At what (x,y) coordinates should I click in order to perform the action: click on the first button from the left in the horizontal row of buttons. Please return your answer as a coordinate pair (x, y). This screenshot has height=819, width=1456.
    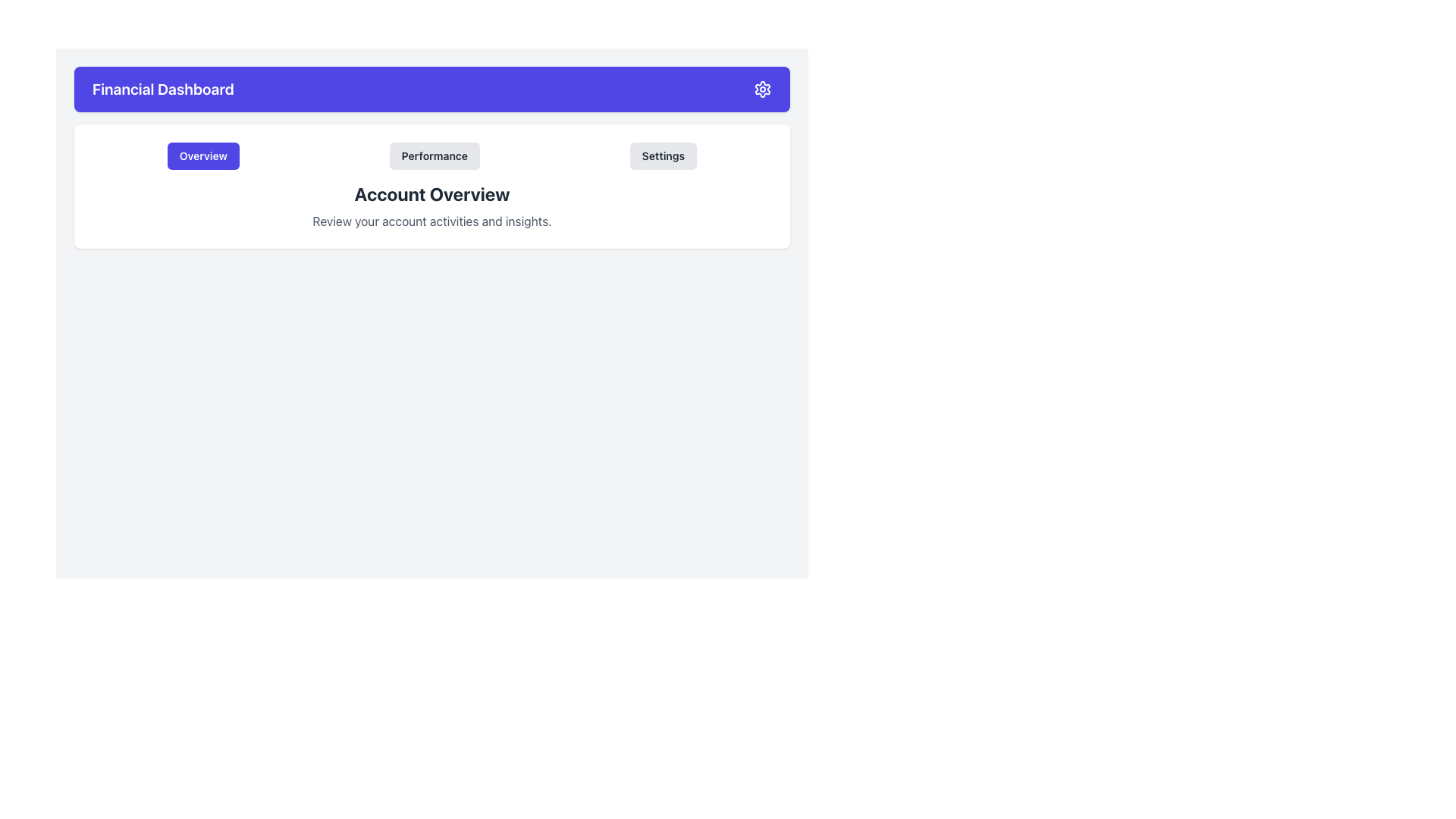
    Looking at the image, I should click on (202, 155).